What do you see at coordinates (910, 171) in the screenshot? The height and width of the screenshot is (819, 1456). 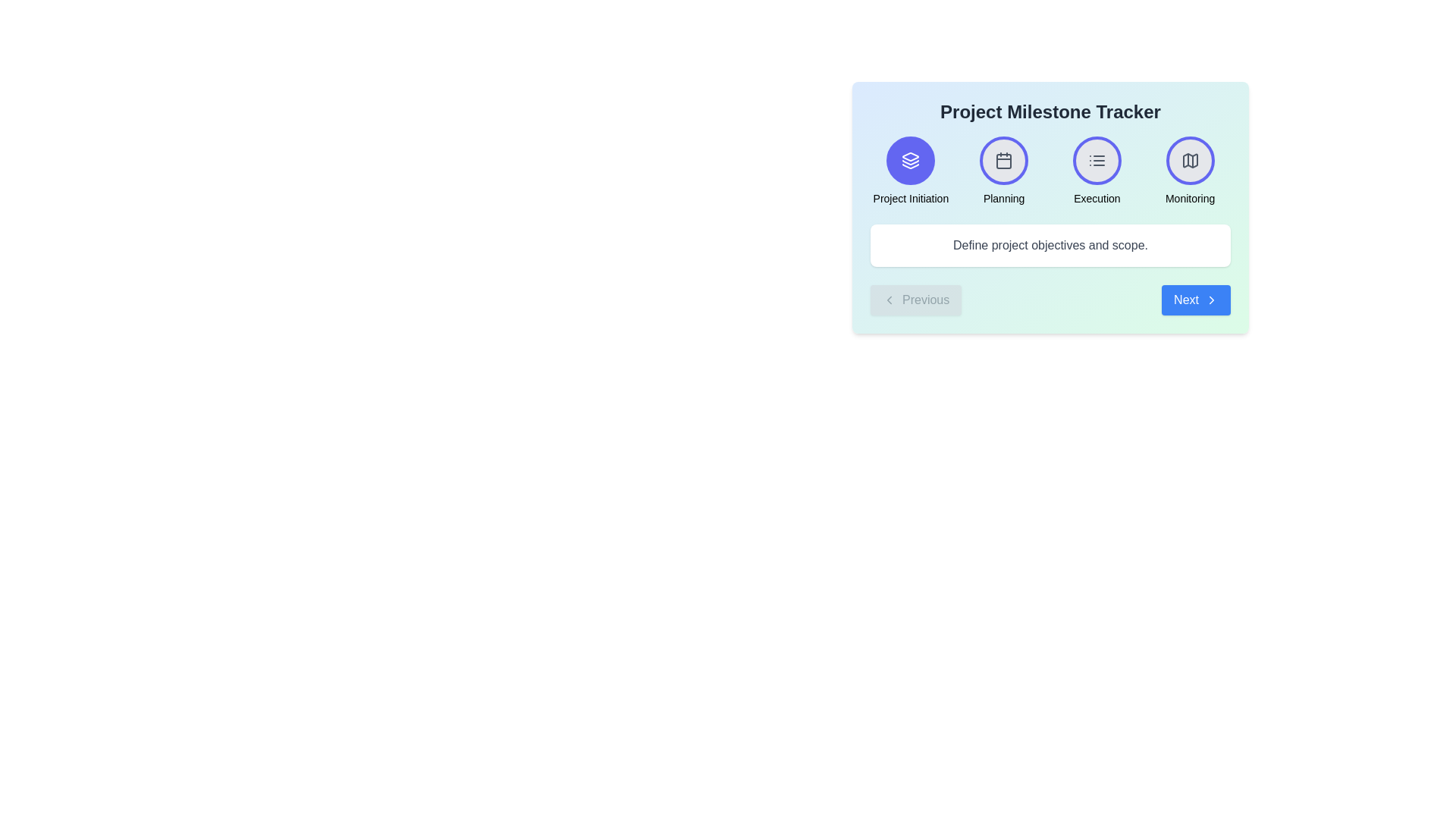 I see `the 'Project Initiation' navigation item, which features a circular icon with an indigo background and white iconography` at bounding box center [910, 171].